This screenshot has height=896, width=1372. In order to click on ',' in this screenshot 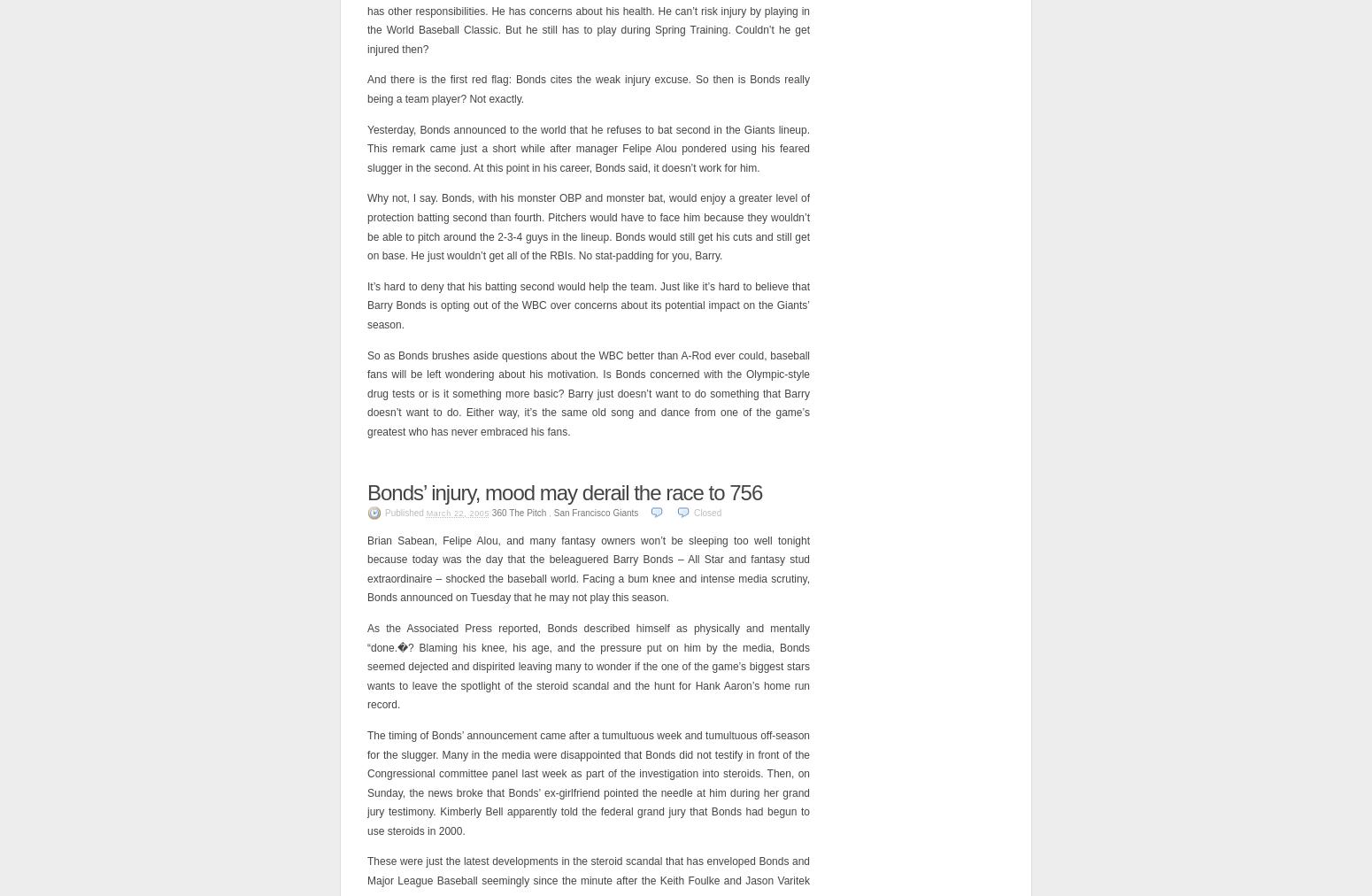, I will do `click(546, 511)`.